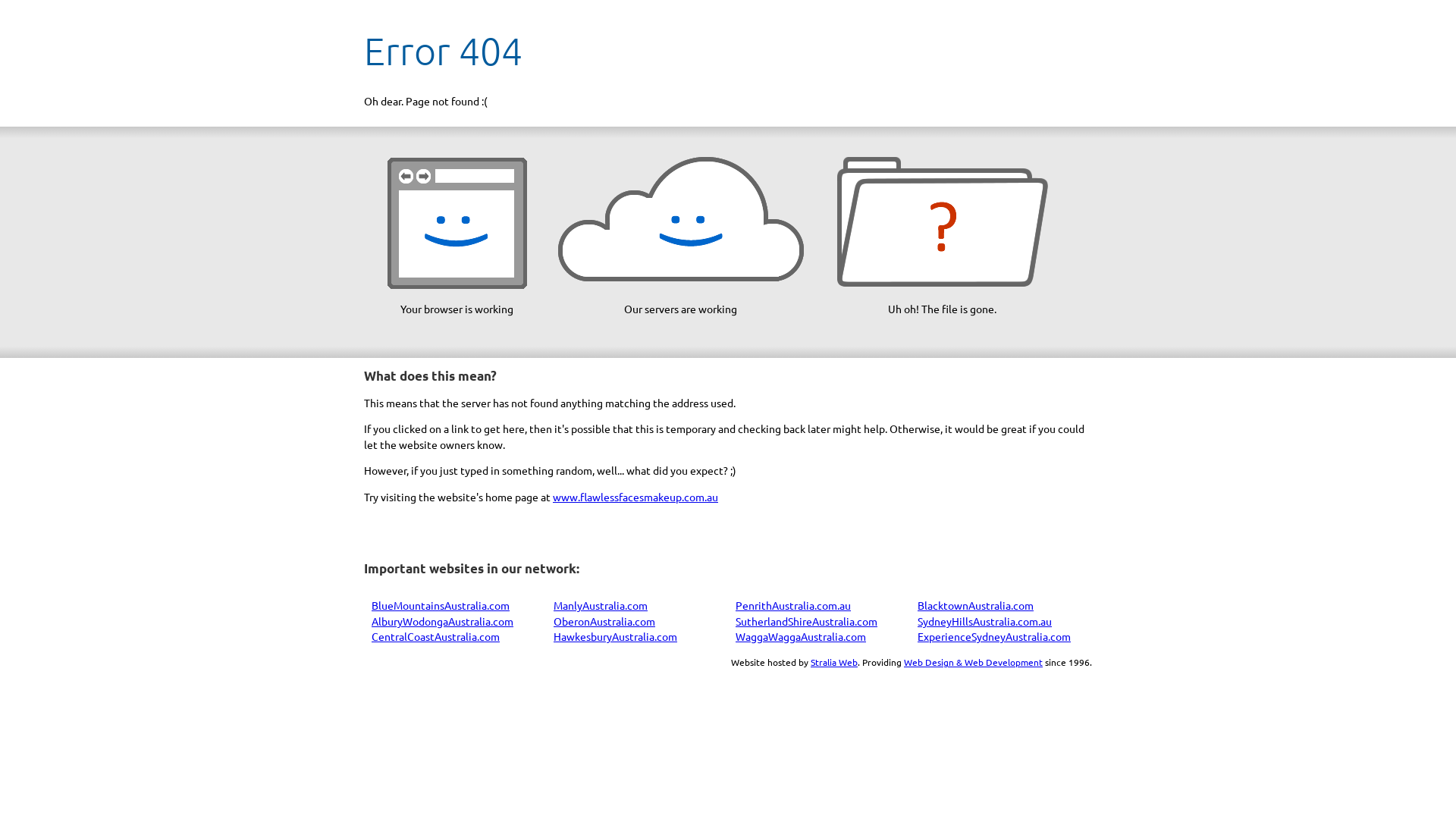 Image resolution: width=1456 pixels, height=819 pixels. What do you see at coordinates (993, 636) in the screenshot?
I see `'ExperienceSydneyAustralia.com'` at bounding box center [993, 636].